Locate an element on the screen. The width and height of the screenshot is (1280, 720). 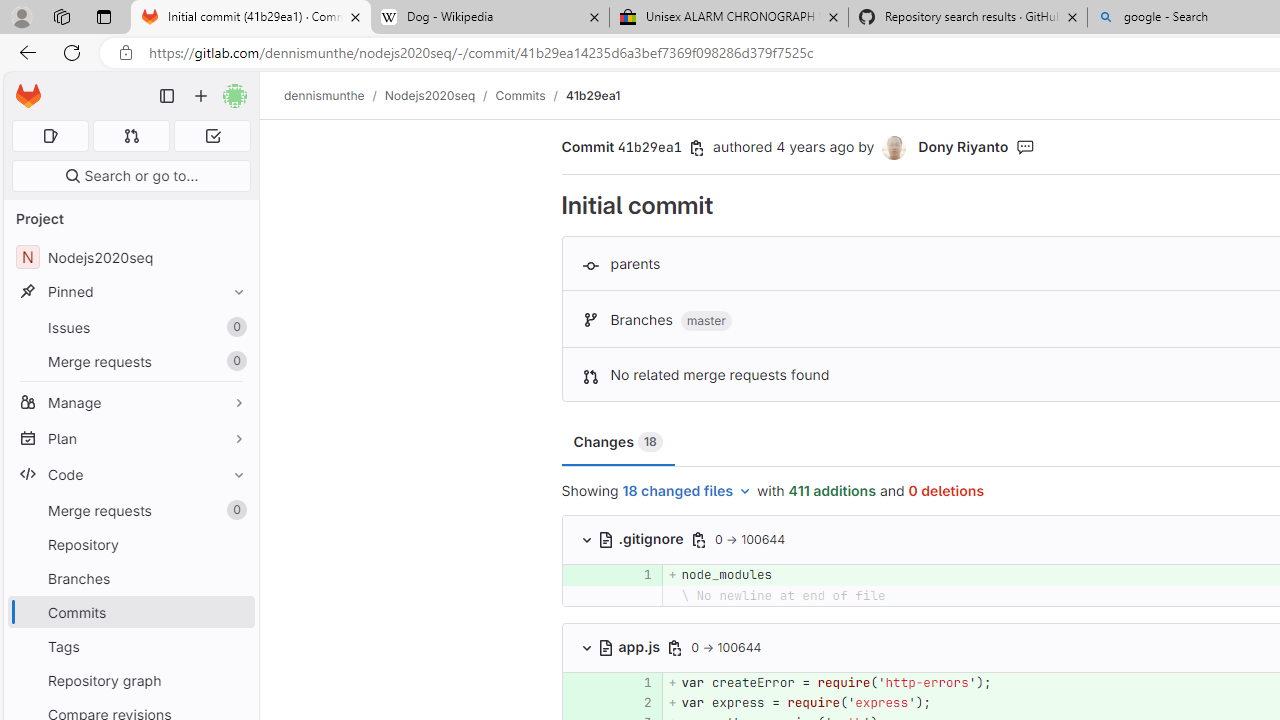
'Class: s16 chevron-down' is located at coordinates (585, 647).